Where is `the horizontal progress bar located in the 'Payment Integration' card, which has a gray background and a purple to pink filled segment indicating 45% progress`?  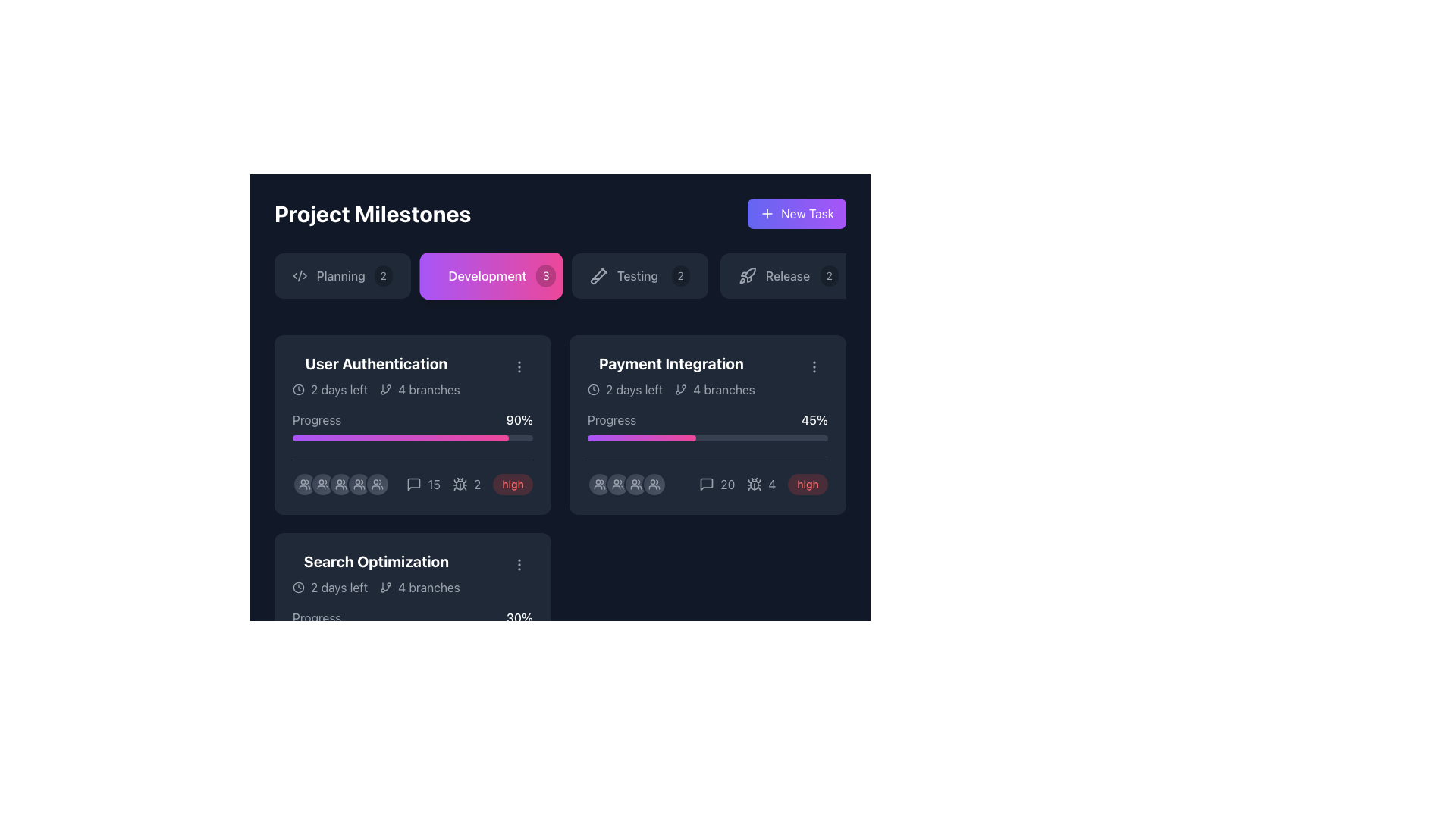 the horizontal progress bar located in the 'Payment Integration' card, which has a gray background and a purple to pink filled segment indicating 45% progress is located at coordinates (707, 438).